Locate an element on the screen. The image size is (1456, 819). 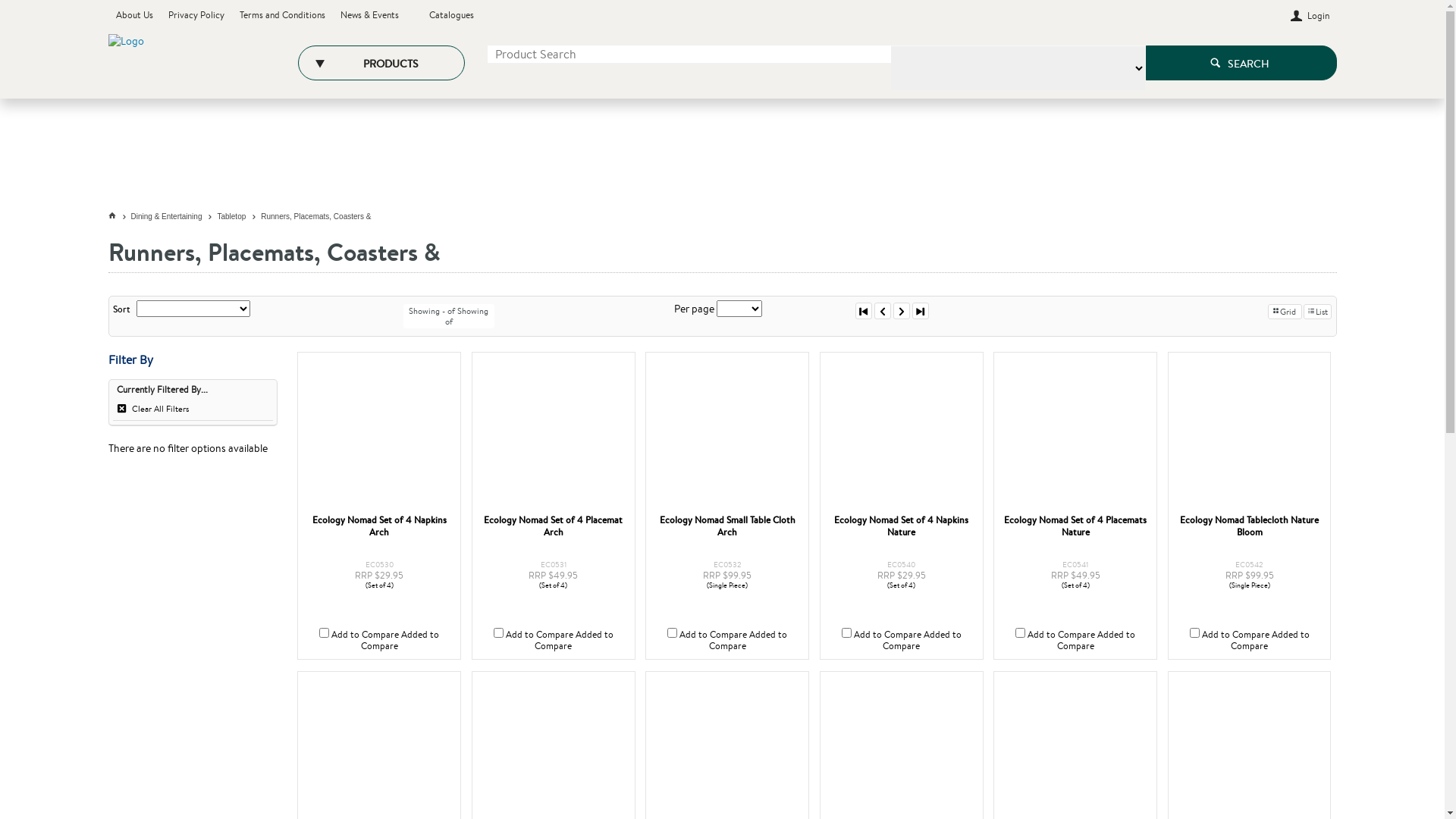
'SEARCH' is located at coordinates (1145, 62).